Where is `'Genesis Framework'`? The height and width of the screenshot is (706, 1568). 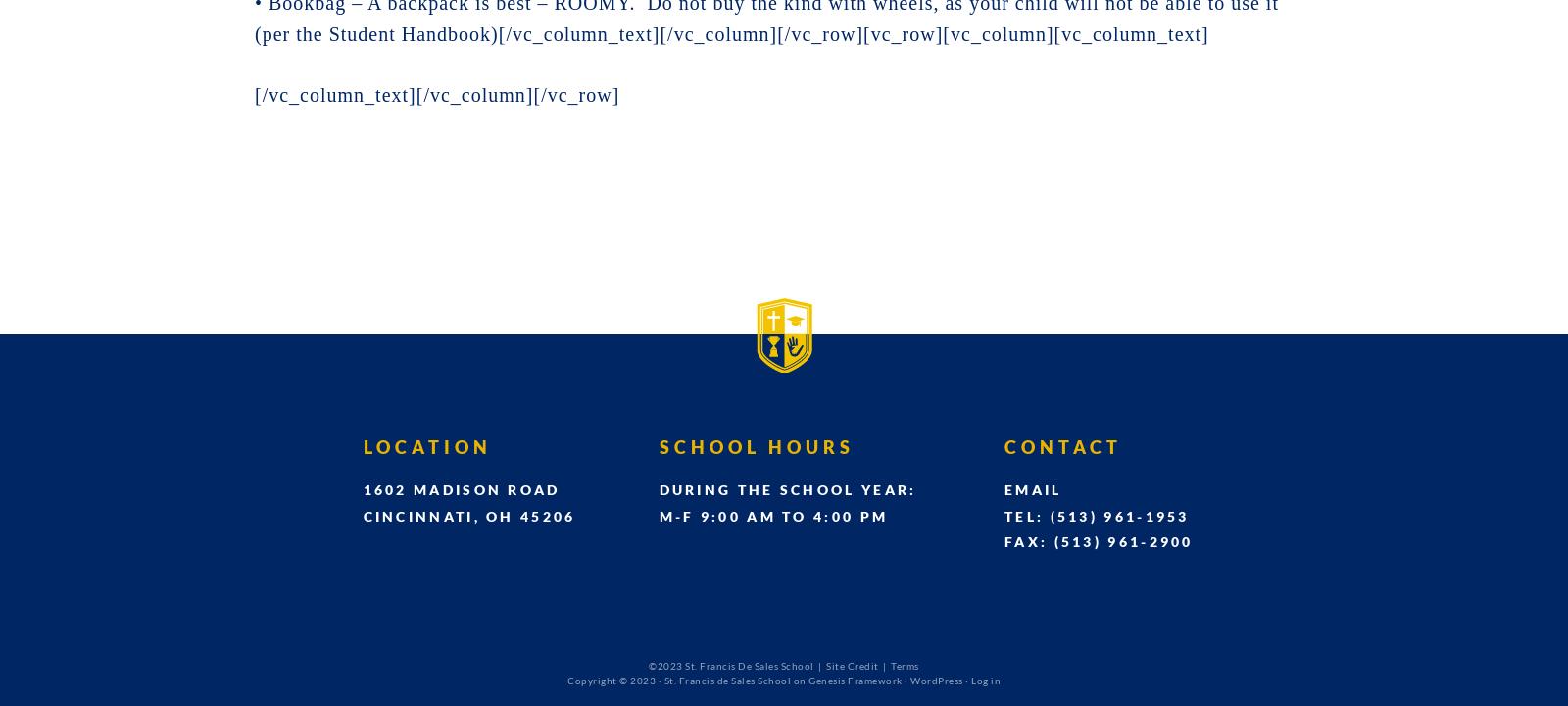
'Genesis Framework' is located at coordinates (854, 679).